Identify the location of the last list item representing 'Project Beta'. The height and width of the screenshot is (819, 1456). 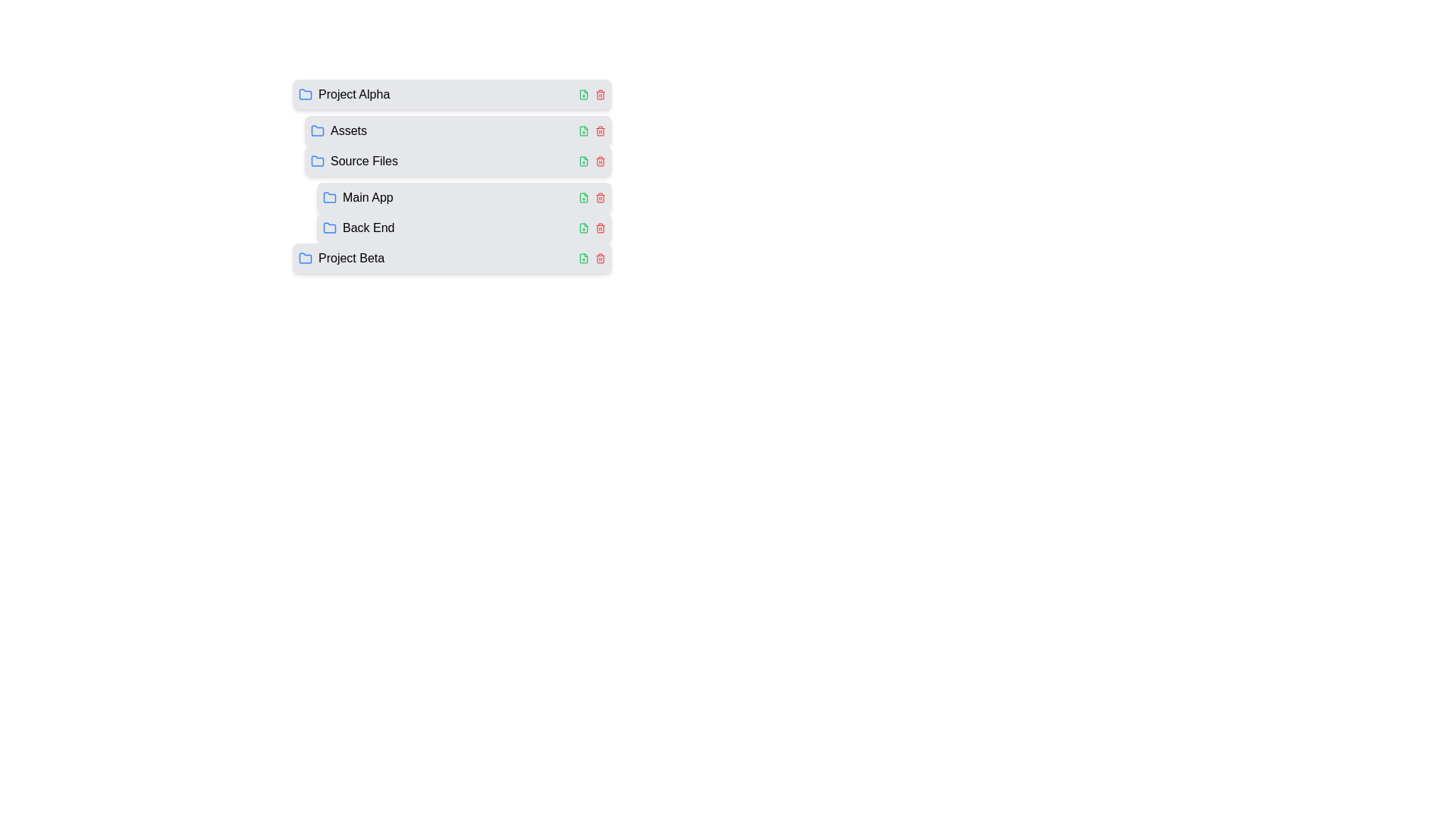
(445, 257).